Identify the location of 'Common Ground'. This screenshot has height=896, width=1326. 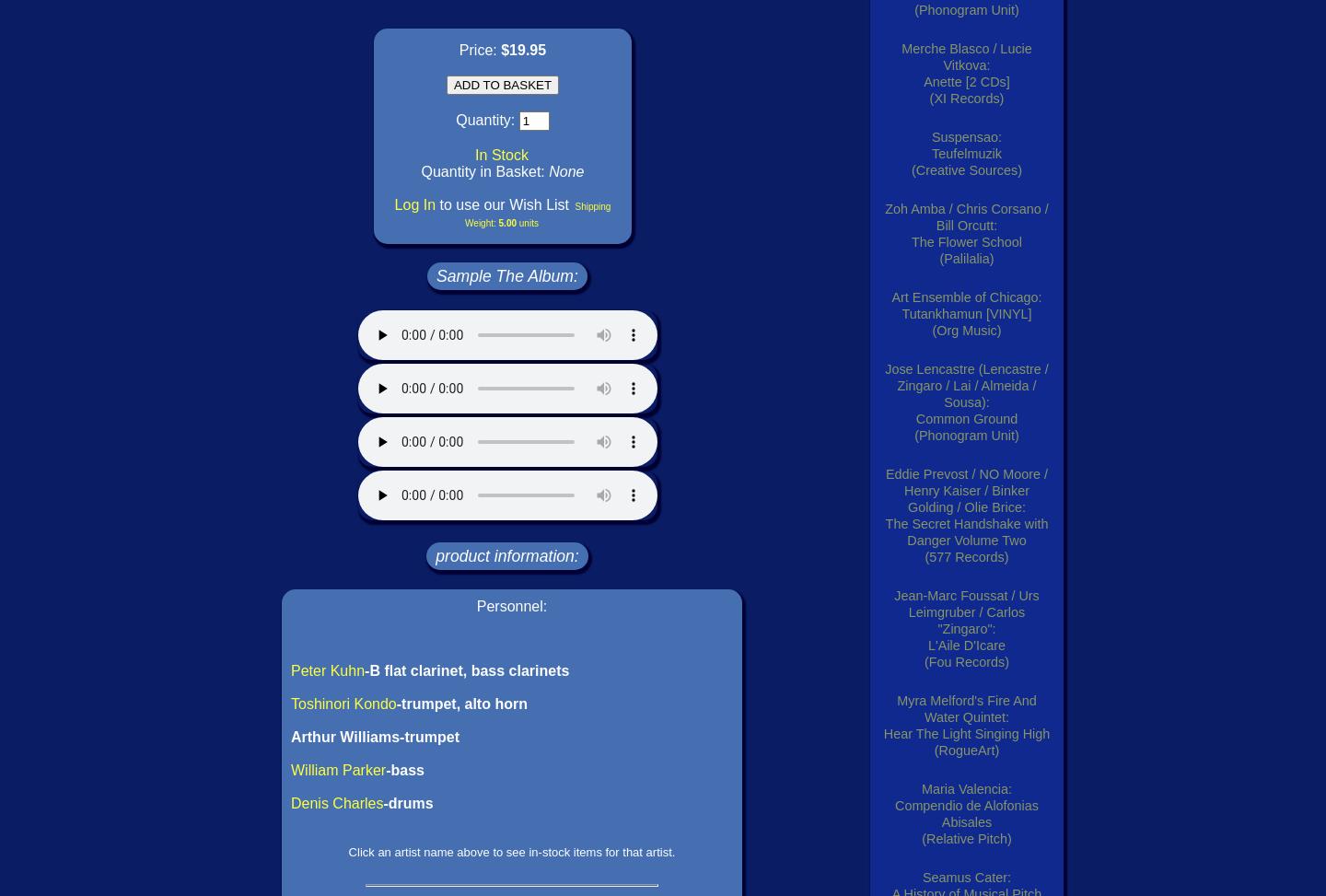
(966, 418).